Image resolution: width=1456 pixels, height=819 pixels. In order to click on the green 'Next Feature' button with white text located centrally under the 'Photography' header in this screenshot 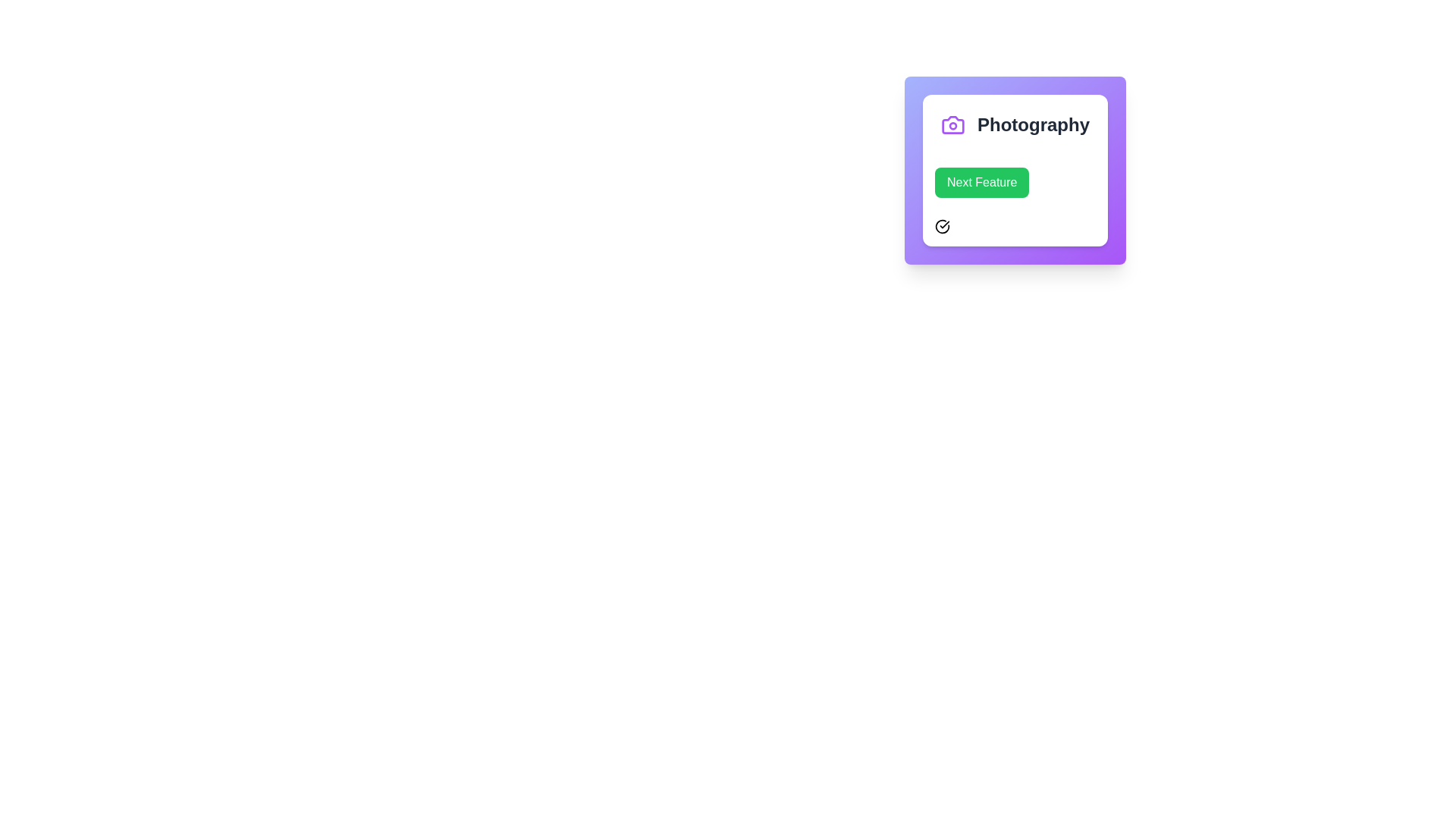, I will do `click(982, 181)`.